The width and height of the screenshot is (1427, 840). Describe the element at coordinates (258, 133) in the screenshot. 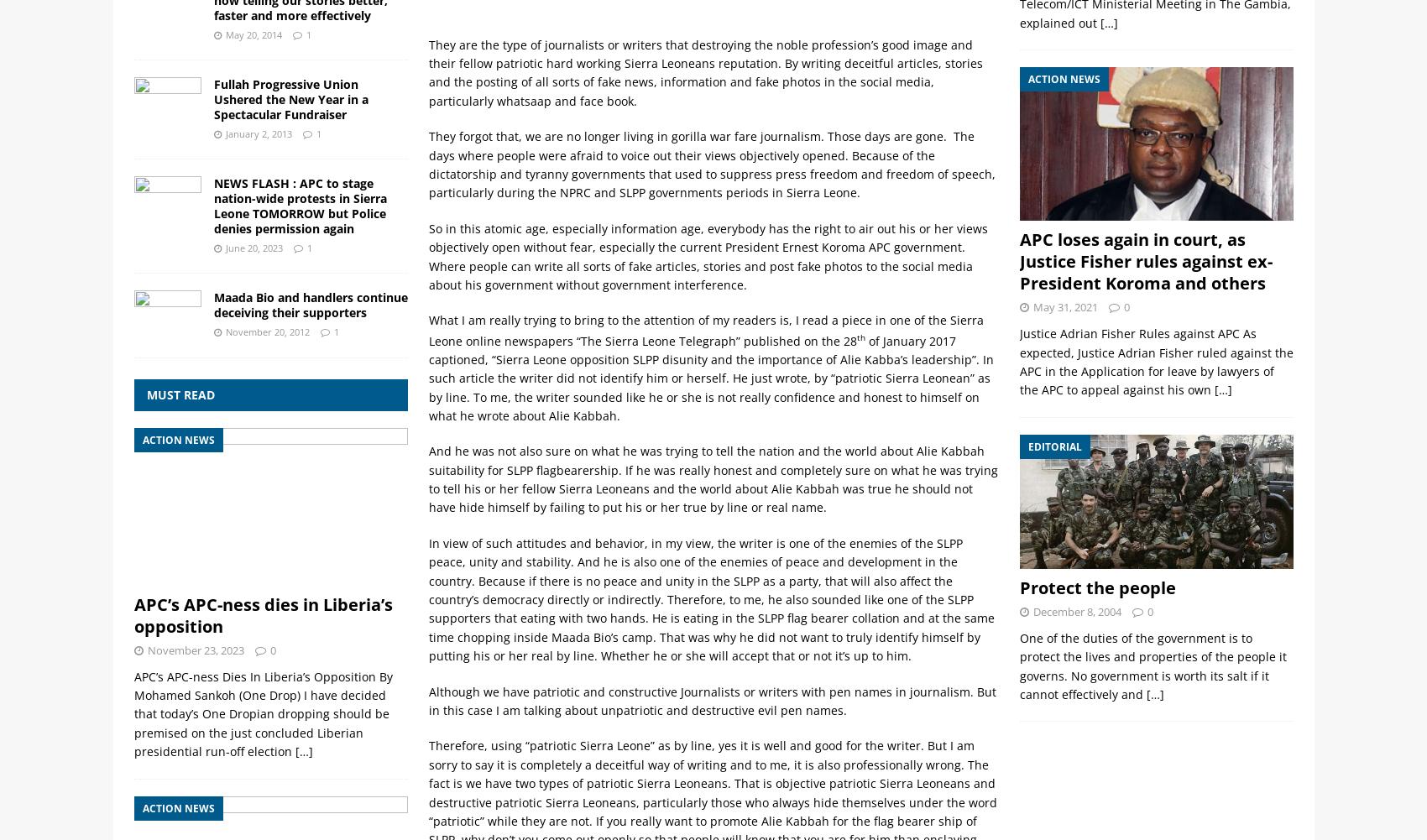

I see `'January 2, 2013'` at that location.